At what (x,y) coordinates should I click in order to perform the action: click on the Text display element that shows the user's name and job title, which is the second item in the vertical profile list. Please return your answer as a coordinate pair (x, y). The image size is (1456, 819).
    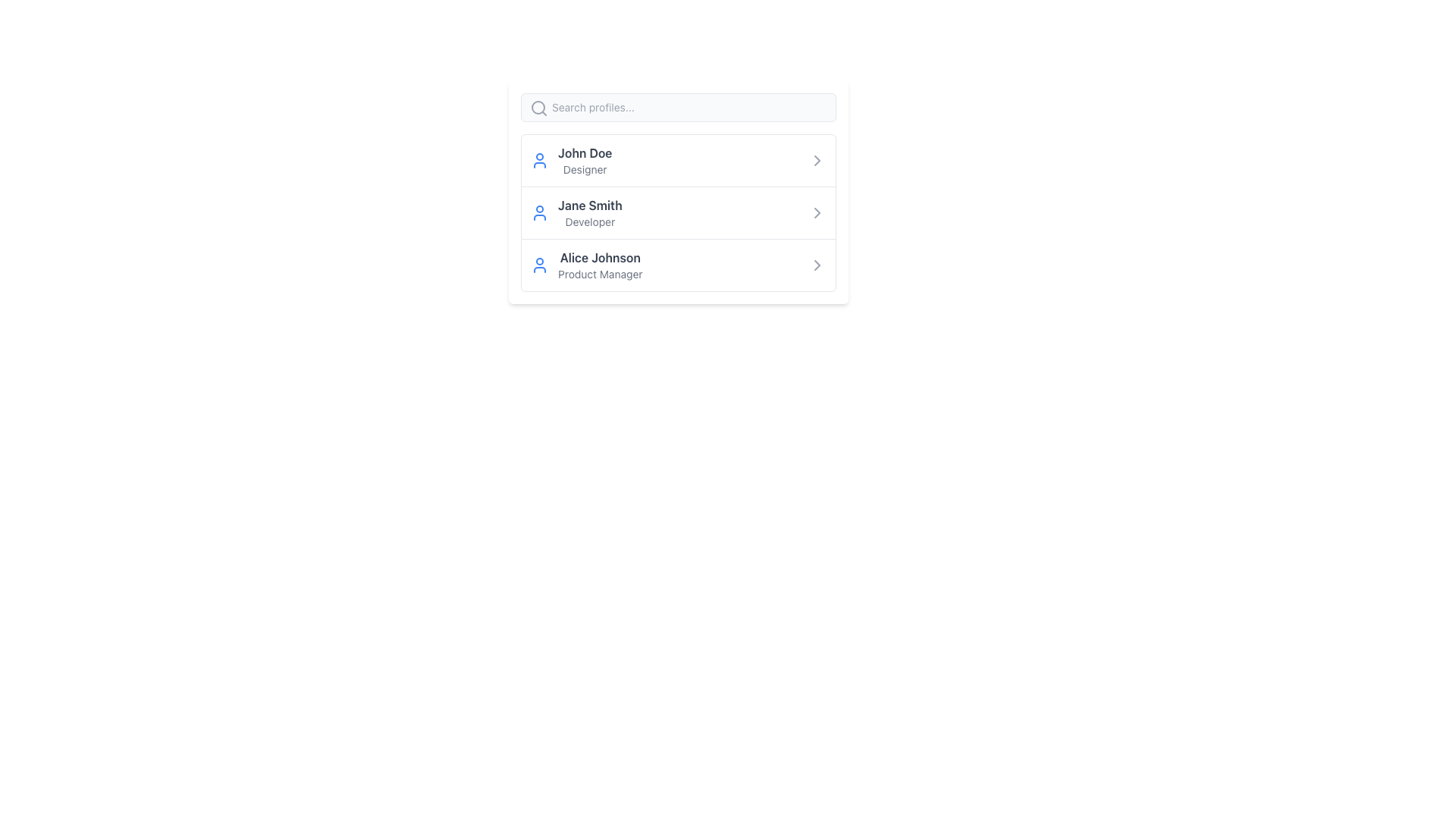
    Looking at the image, I should click on (589, 213).